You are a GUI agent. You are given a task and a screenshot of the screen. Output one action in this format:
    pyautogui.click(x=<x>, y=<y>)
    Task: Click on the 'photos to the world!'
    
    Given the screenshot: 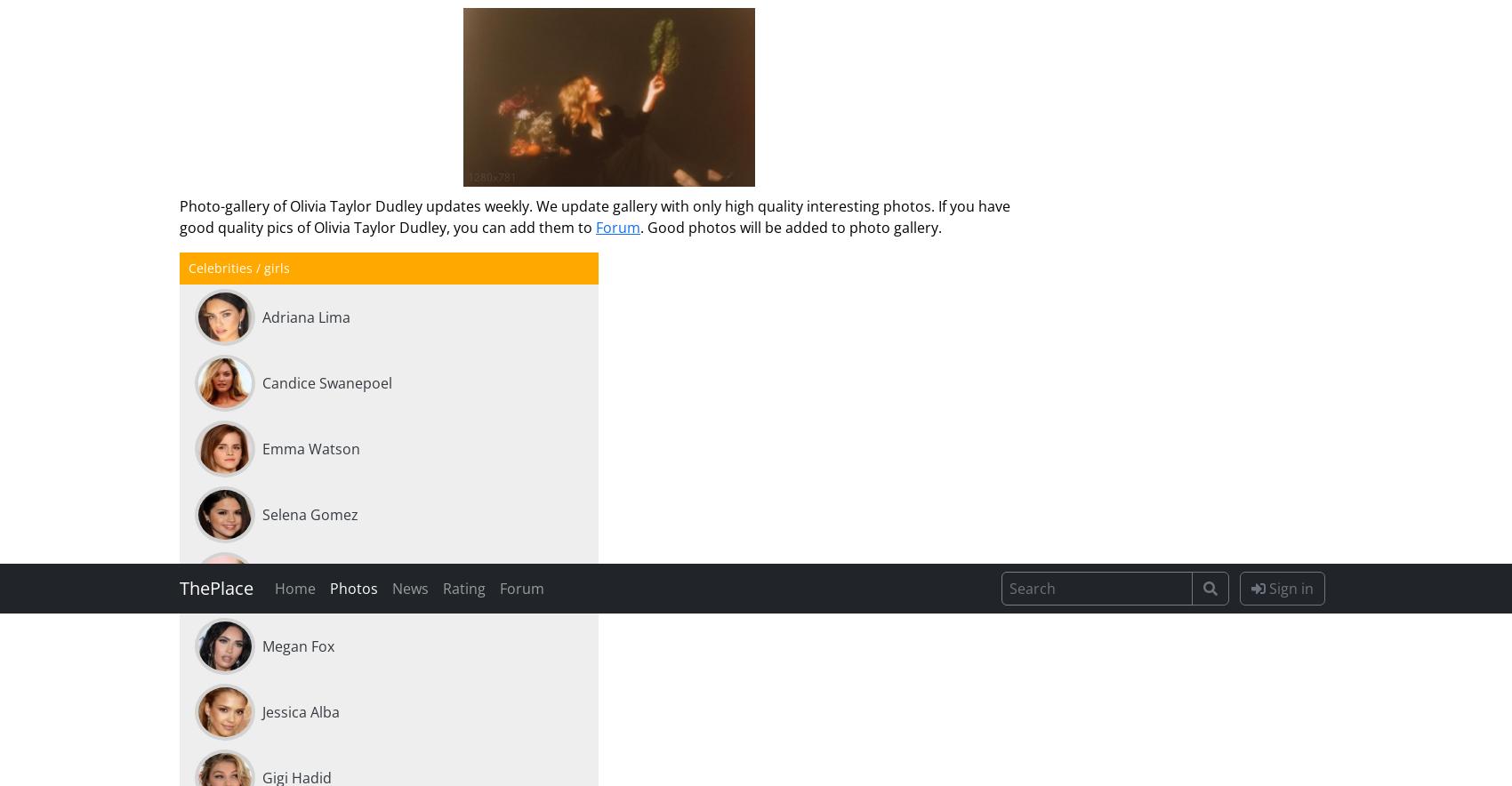 What is the action you would take?
    pyautogui.click(x=322, y=681)
    